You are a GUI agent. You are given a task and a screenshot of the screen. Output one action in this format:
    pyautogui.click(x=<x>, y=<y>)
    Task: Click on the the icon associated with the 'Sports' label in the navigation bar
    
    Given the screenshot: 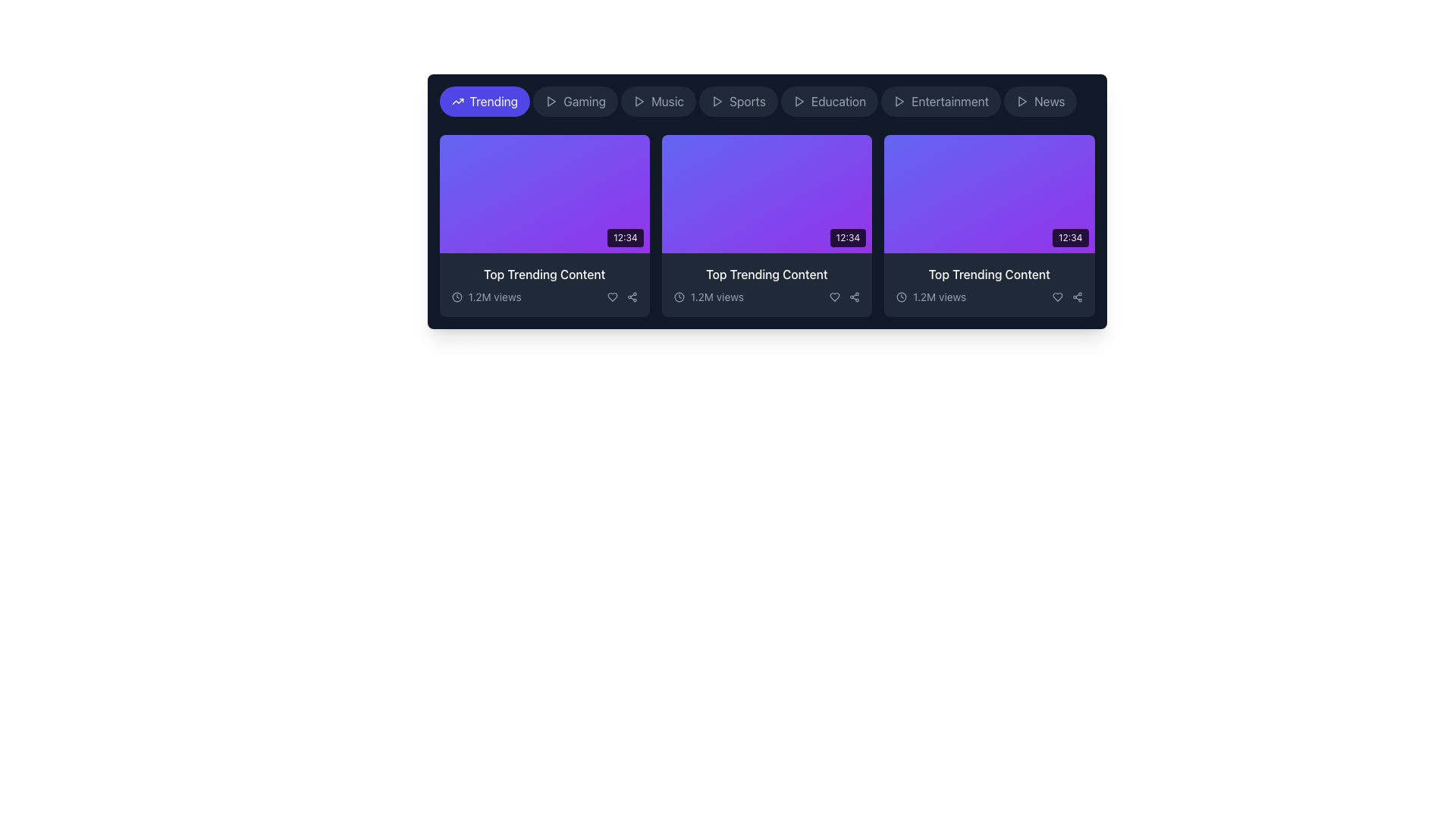 What is the action you would take?
    pyautogui.click(x=717, y=102)
    